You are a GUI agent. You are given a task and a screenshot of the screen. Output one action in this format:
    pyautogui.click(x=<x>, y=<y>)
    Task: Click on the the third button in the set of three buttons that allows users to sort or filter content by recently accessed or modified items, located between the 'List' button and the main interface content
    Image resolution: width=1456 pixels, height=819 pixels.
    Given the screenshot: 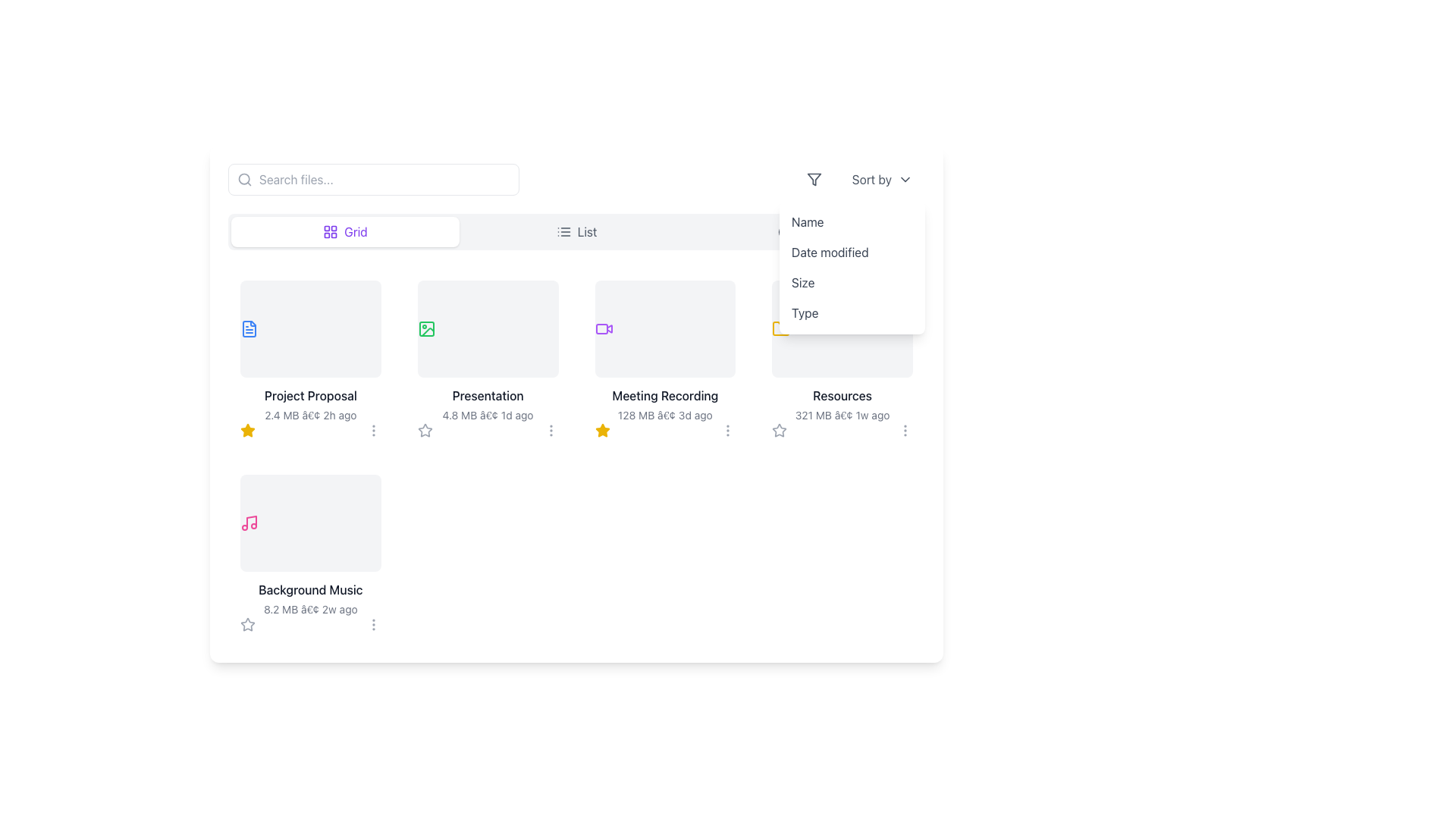 What is the action you would take?
    pyautogui.click(x=807, y=231)
    